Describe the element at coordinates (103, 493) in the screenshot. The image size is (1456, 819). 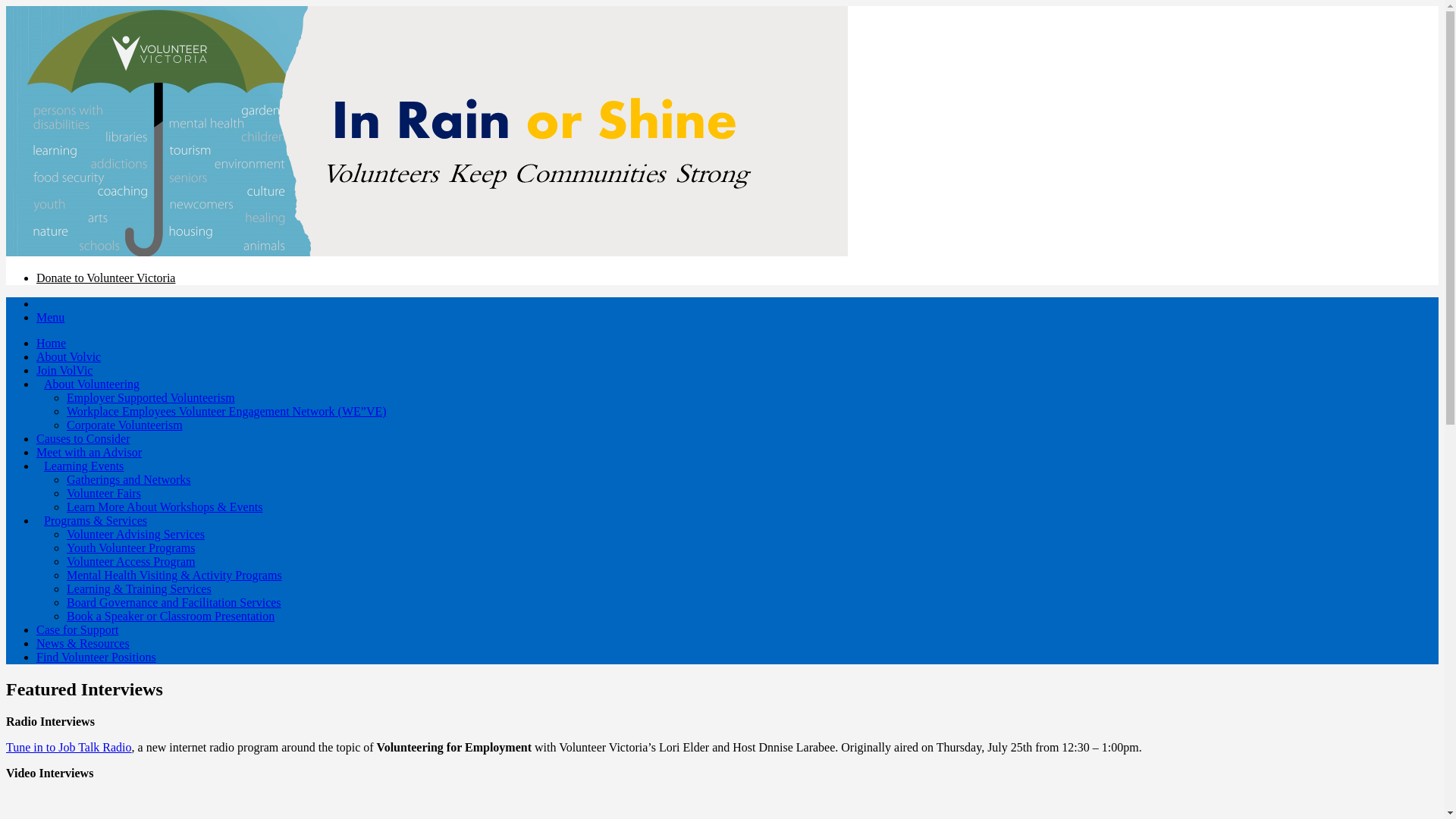
I see `'Volunteer Fairs'` at that location.